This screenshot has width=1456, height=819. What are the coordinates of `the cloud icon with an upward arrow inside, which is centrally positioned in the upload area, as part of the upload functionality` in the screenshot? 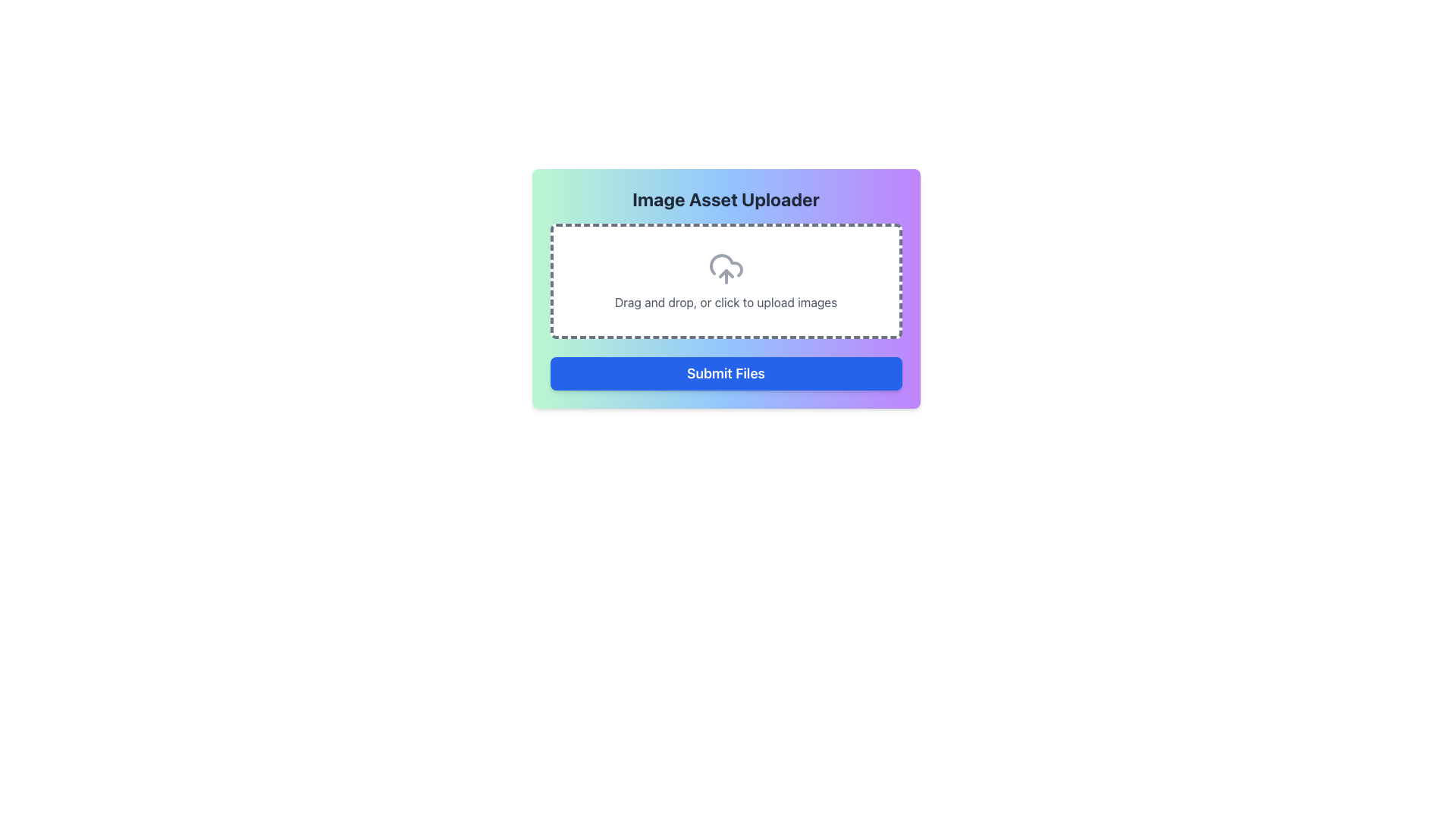 It's located at (725, 268).